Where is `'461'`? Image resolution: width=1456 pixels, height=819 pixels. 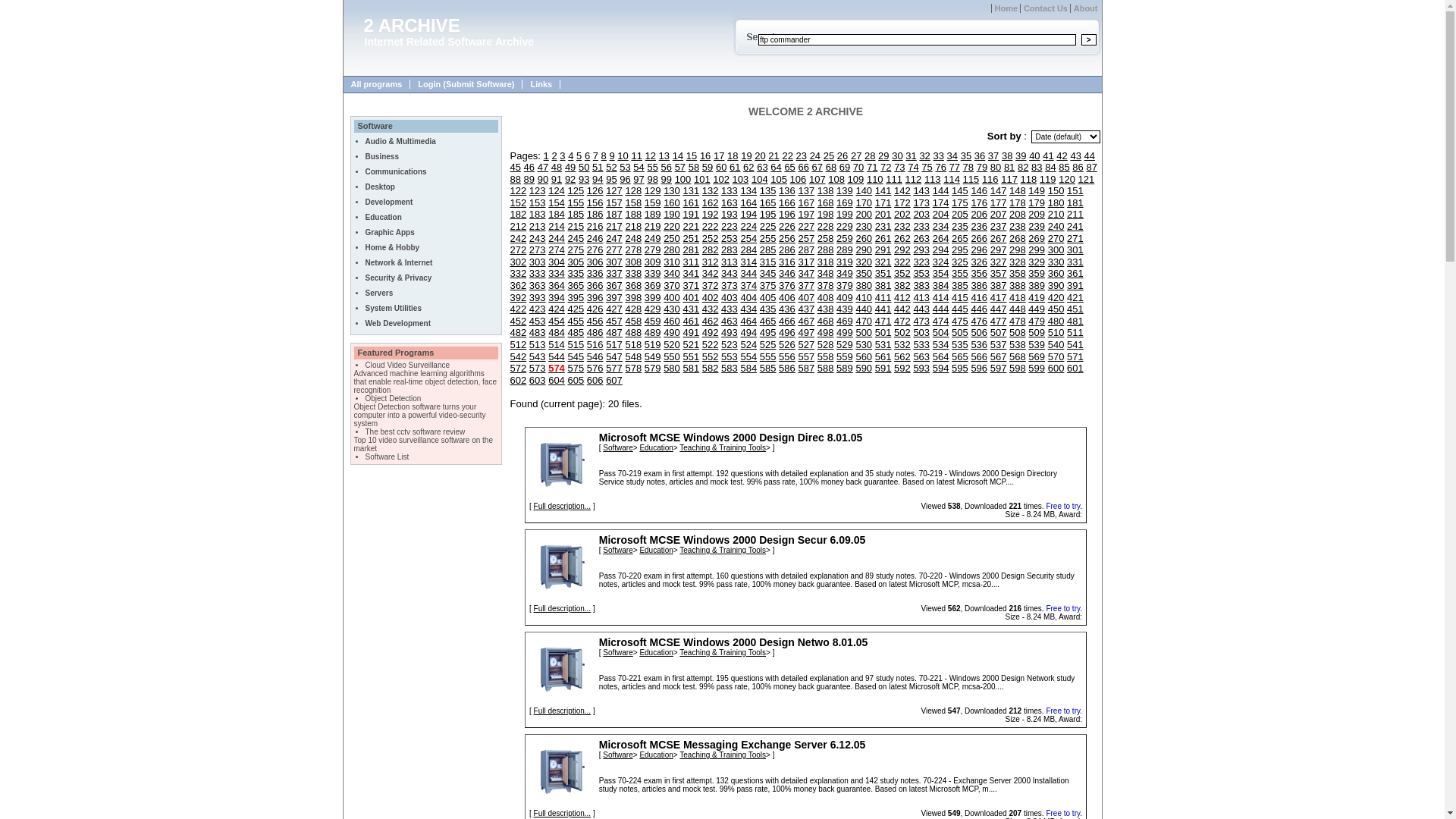 '461' is located at coordinates (690, 320).